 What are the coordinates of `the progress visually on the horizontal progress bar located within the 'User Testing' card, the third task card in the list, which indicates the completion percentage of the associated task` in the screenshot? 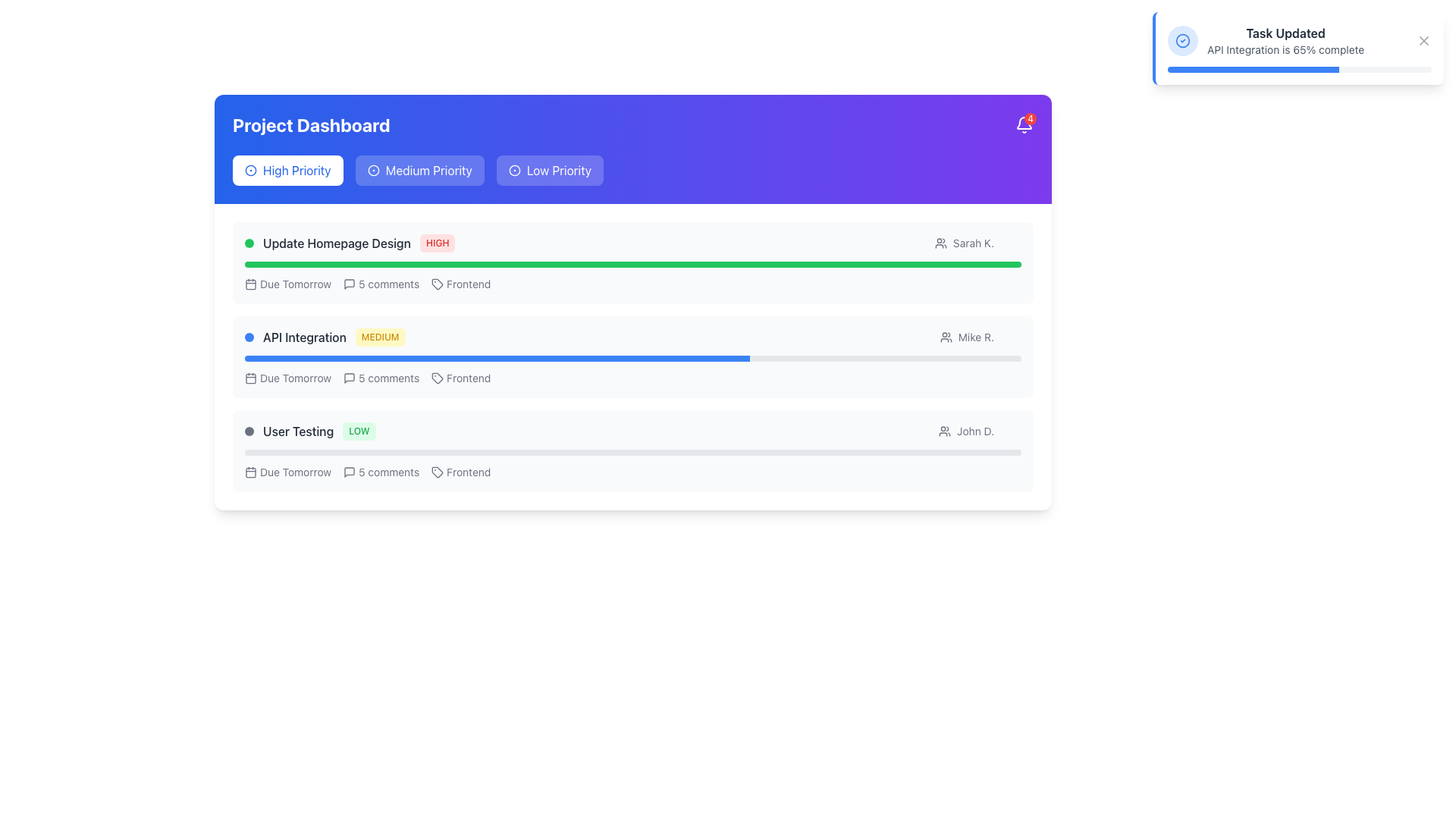 It's located at (633, 452).